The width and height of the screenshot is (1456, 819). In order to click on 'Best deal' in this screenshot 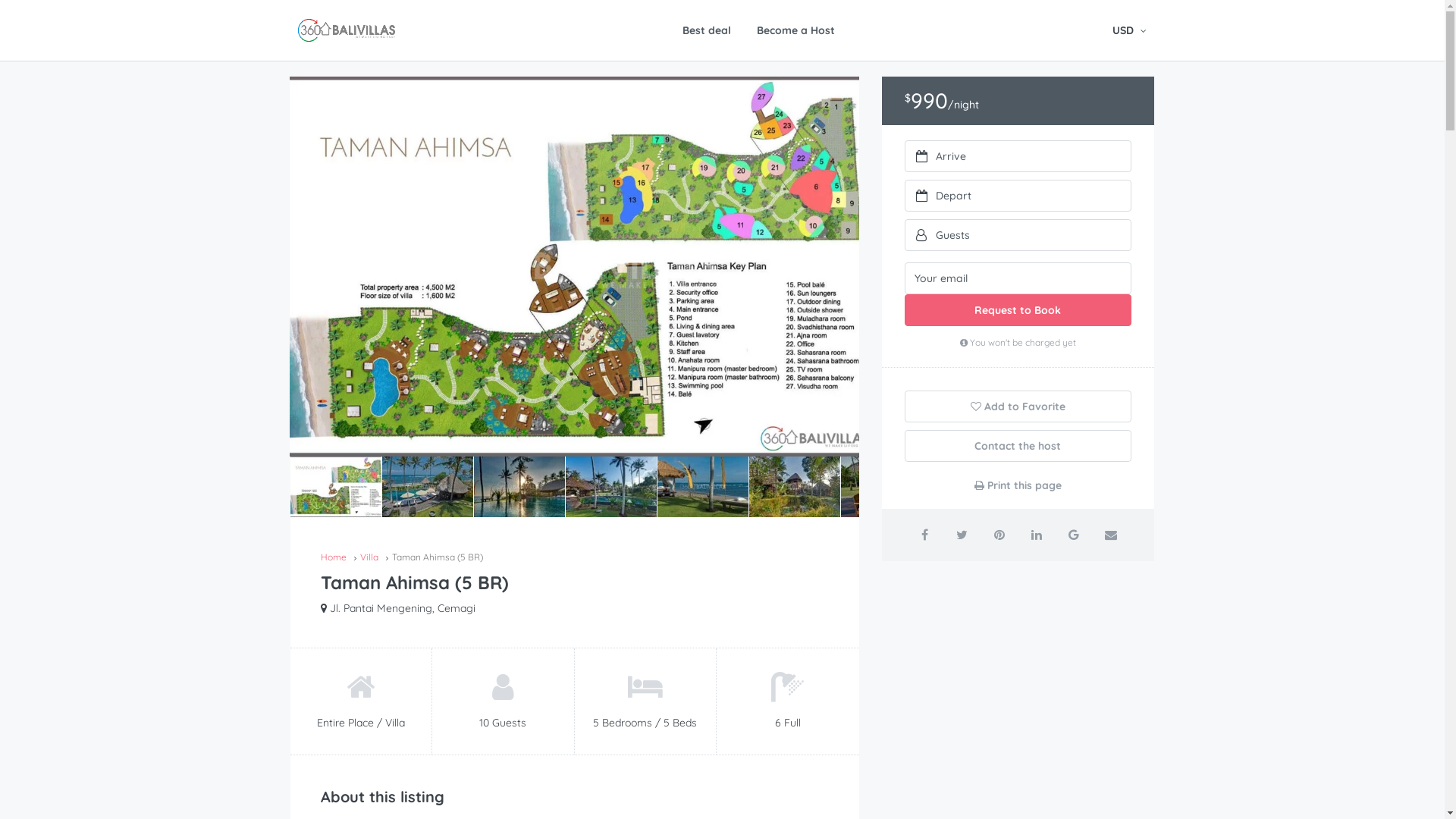, I will do `click(705, 30)`.